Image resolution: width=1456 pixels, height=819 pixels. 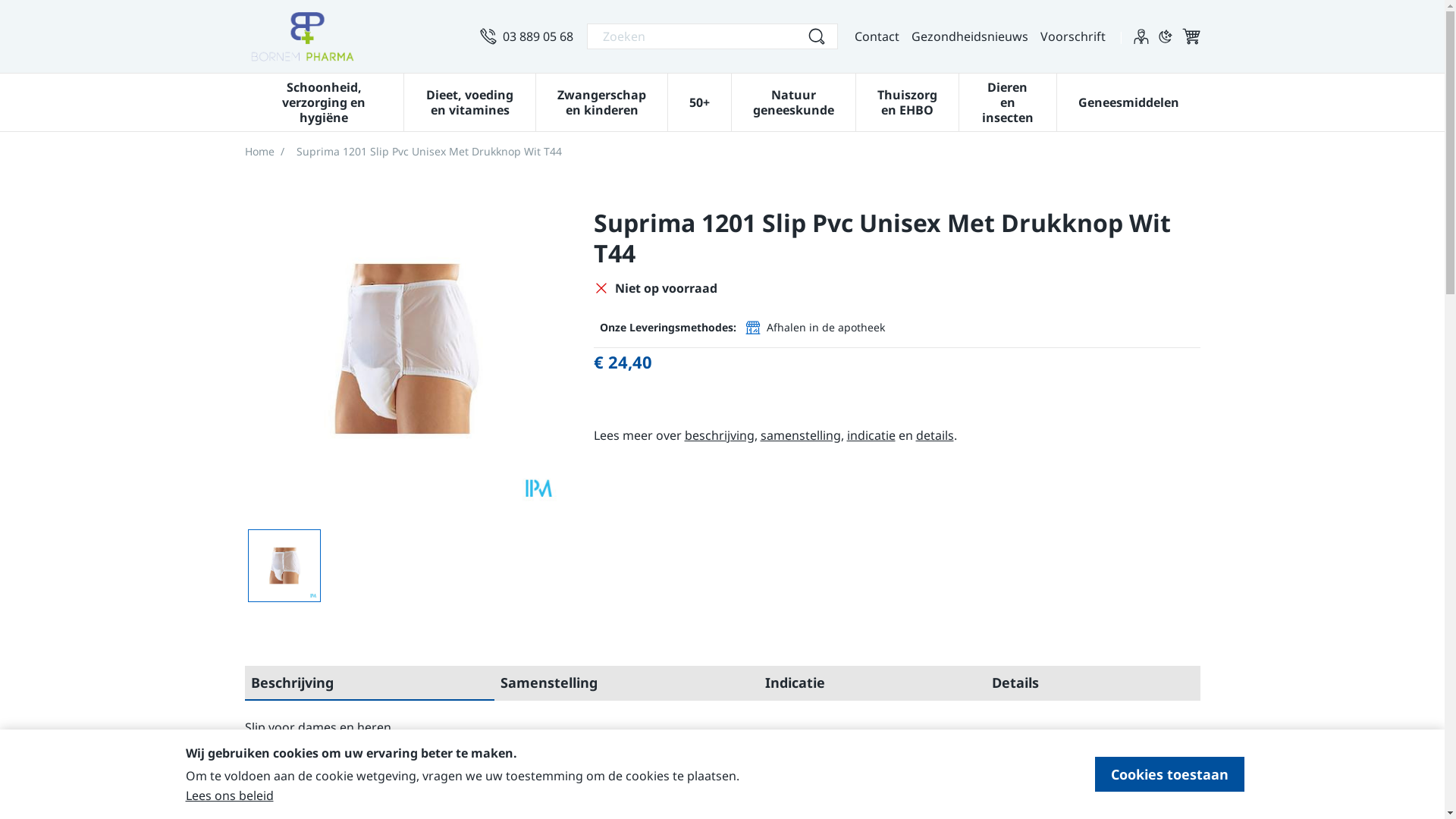 What do you see at coordinates (1189, 35) in the screenshot?
I see `'Winkelwagen'` at bounding box center [1189, 35].